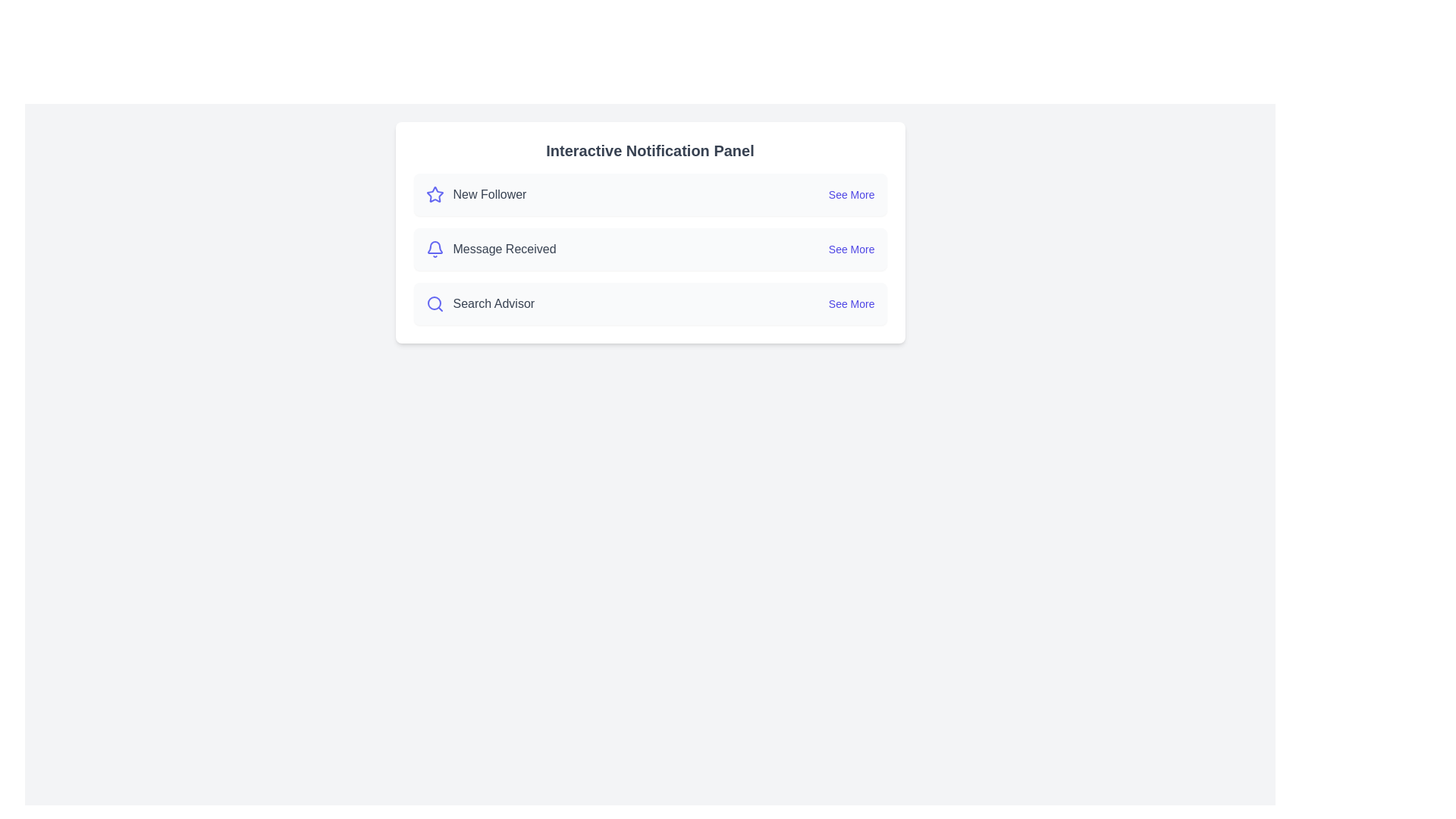  I want to click on the 'See More' hyperlink, which is an indigo text link located at the far right of the 'Message Received' notification, so click(852, 248).